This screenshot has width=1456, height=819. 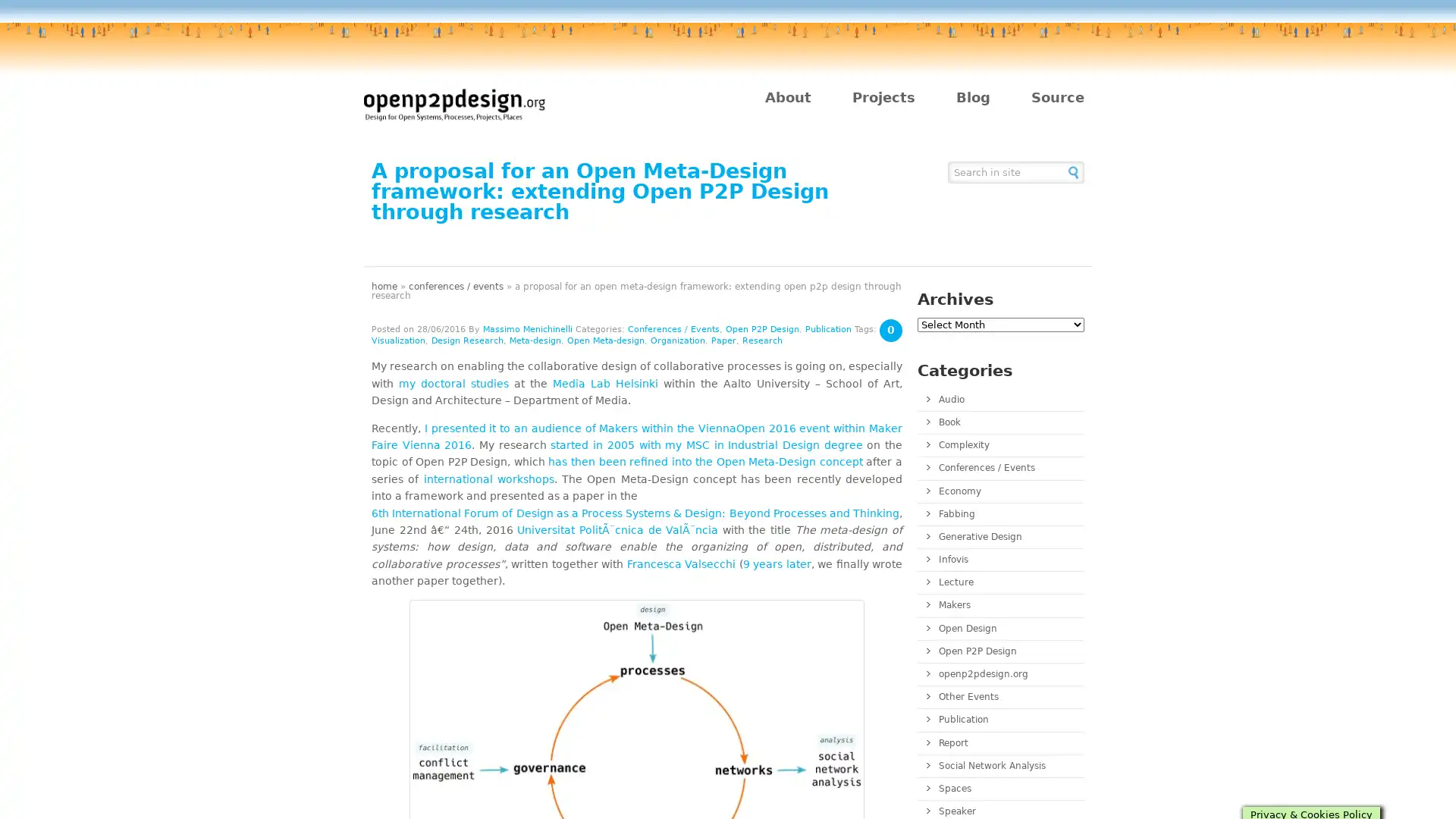 I want to click on Search, so click(x=1073, y=171).